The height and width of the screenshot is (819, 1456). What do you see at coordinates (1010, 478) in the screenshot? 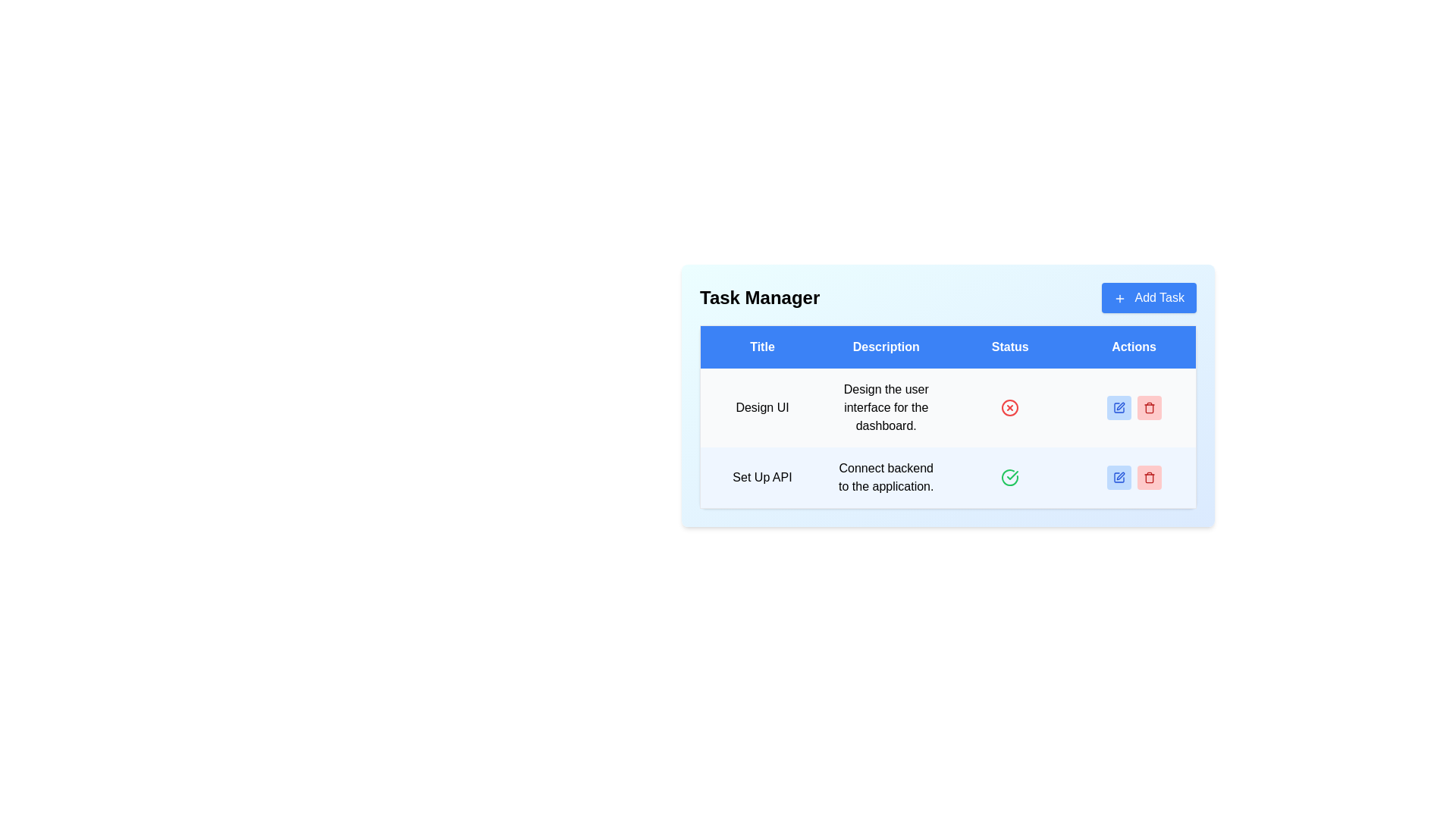
I see `the circular success indicator icon with a green border and tick mark located in the 'Status' column of the second row of the table` at bounding box center [1010, 478].